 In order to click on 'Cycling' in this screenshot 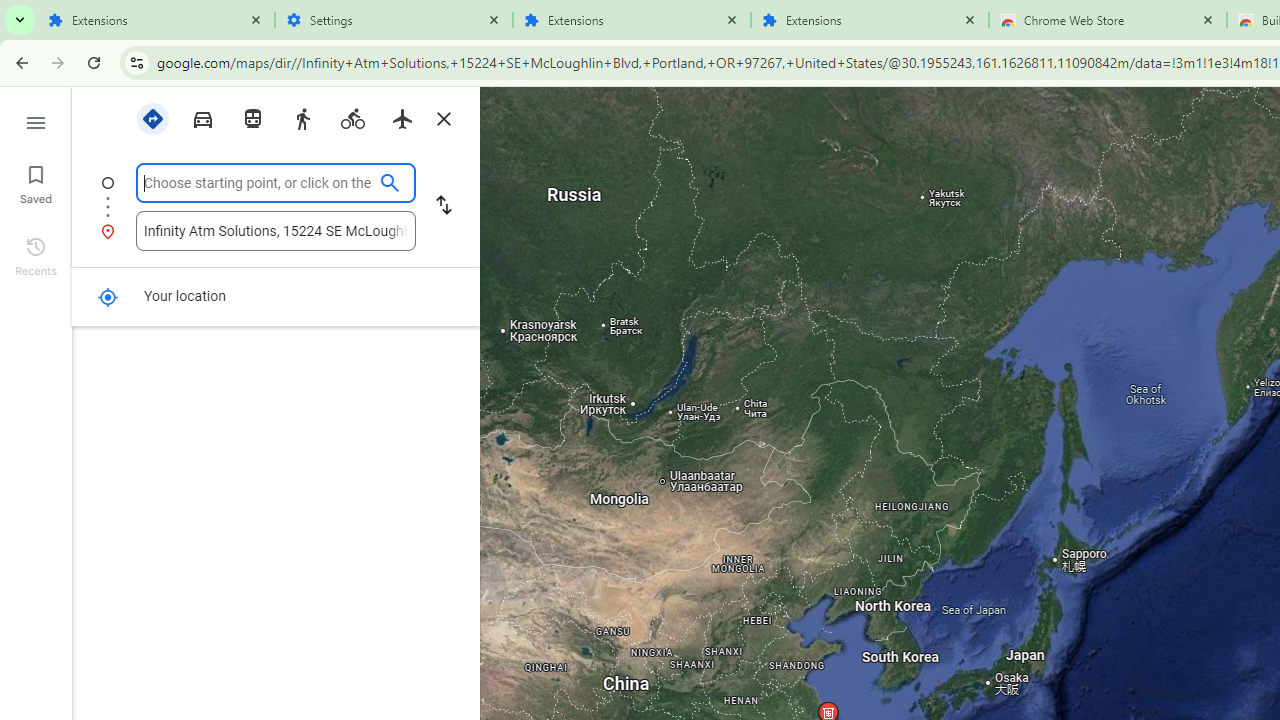, I will do `click(352, 119)`.